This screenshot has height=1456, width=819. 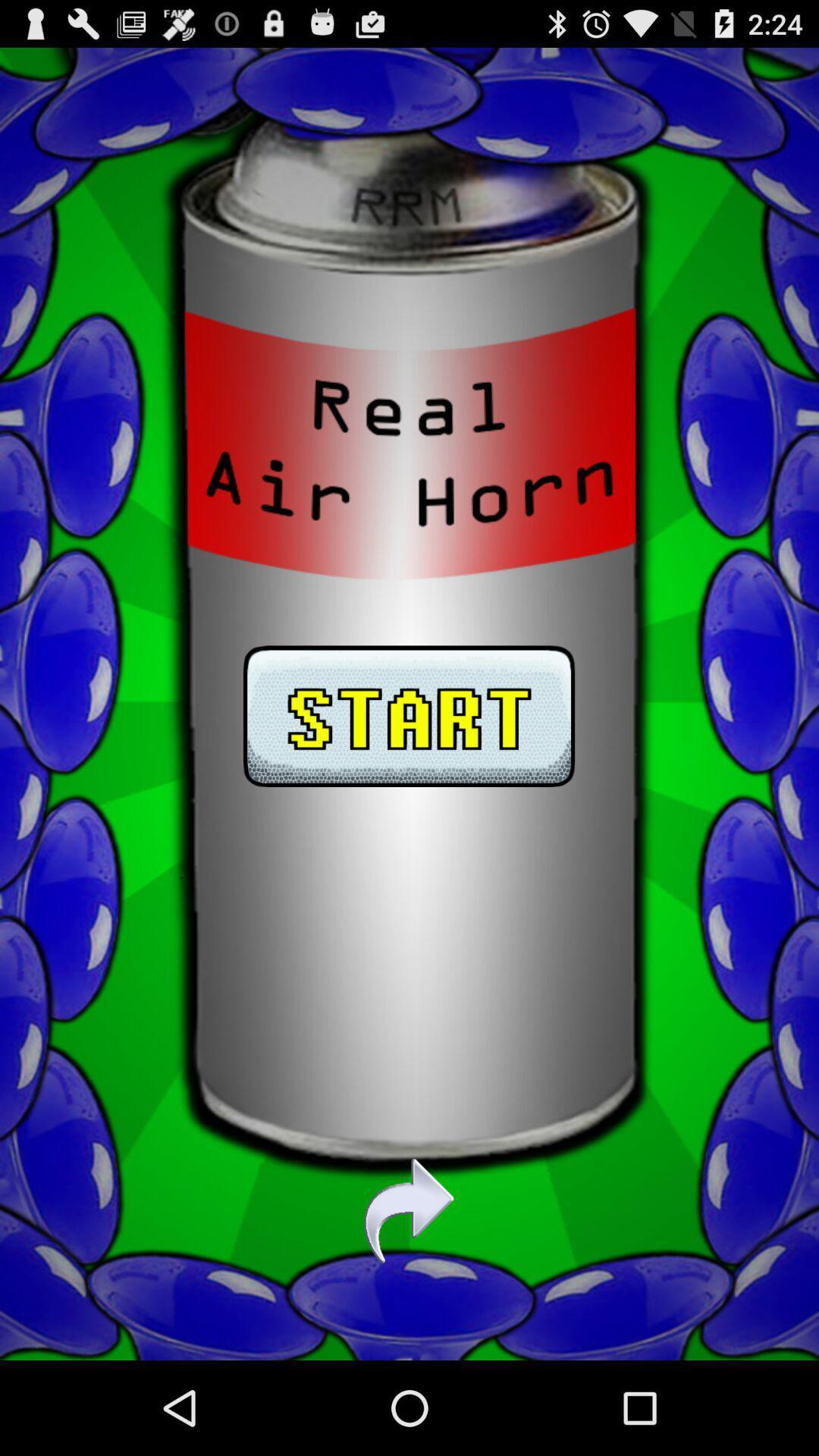 What do you see at coordinates (408, 703) in the screenshot?
I see `start air horn` at bounding box center [408, 703].